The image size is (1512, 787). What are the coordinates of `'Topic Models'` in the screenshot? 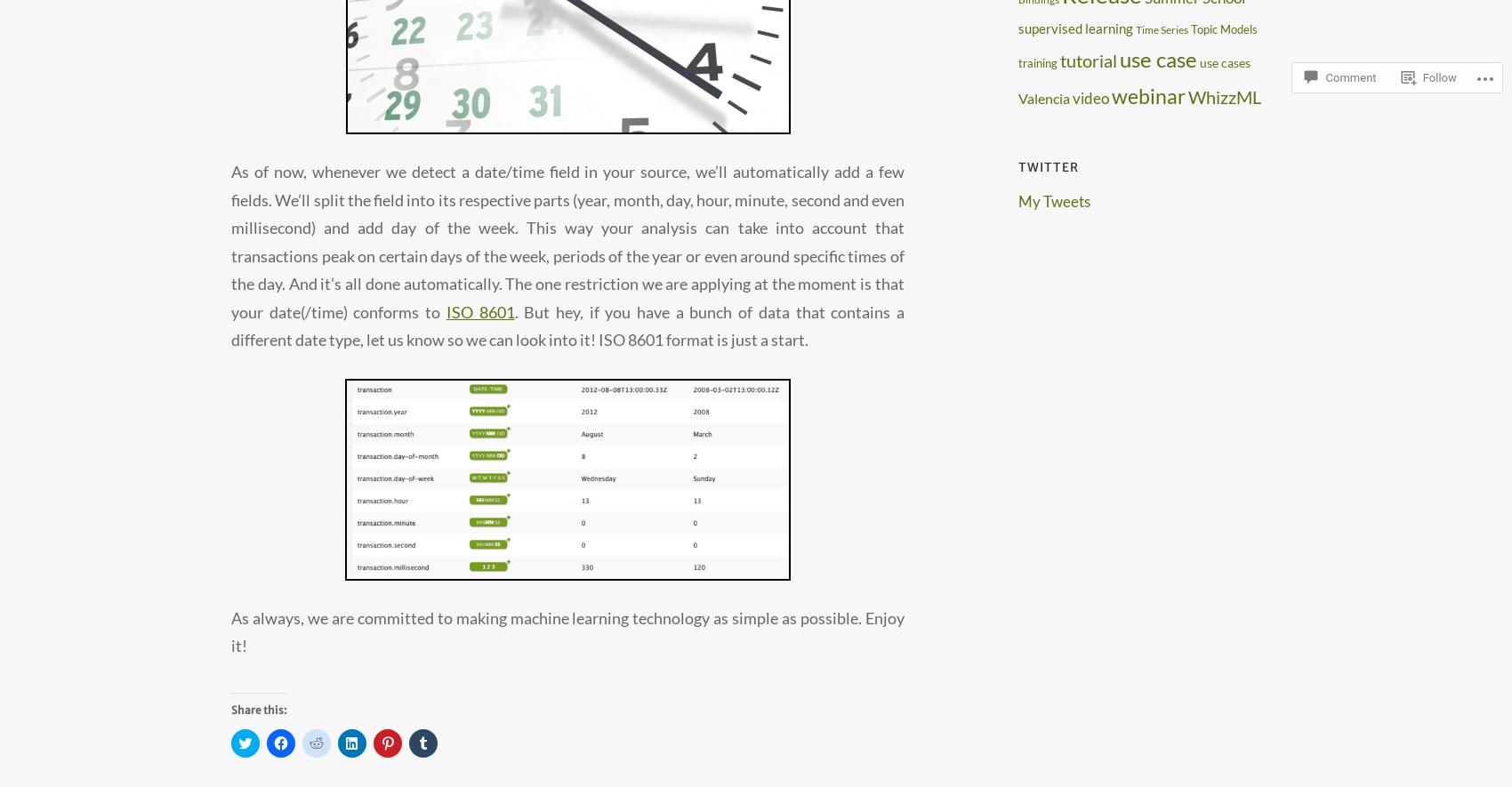 It's located at (1224, 29).